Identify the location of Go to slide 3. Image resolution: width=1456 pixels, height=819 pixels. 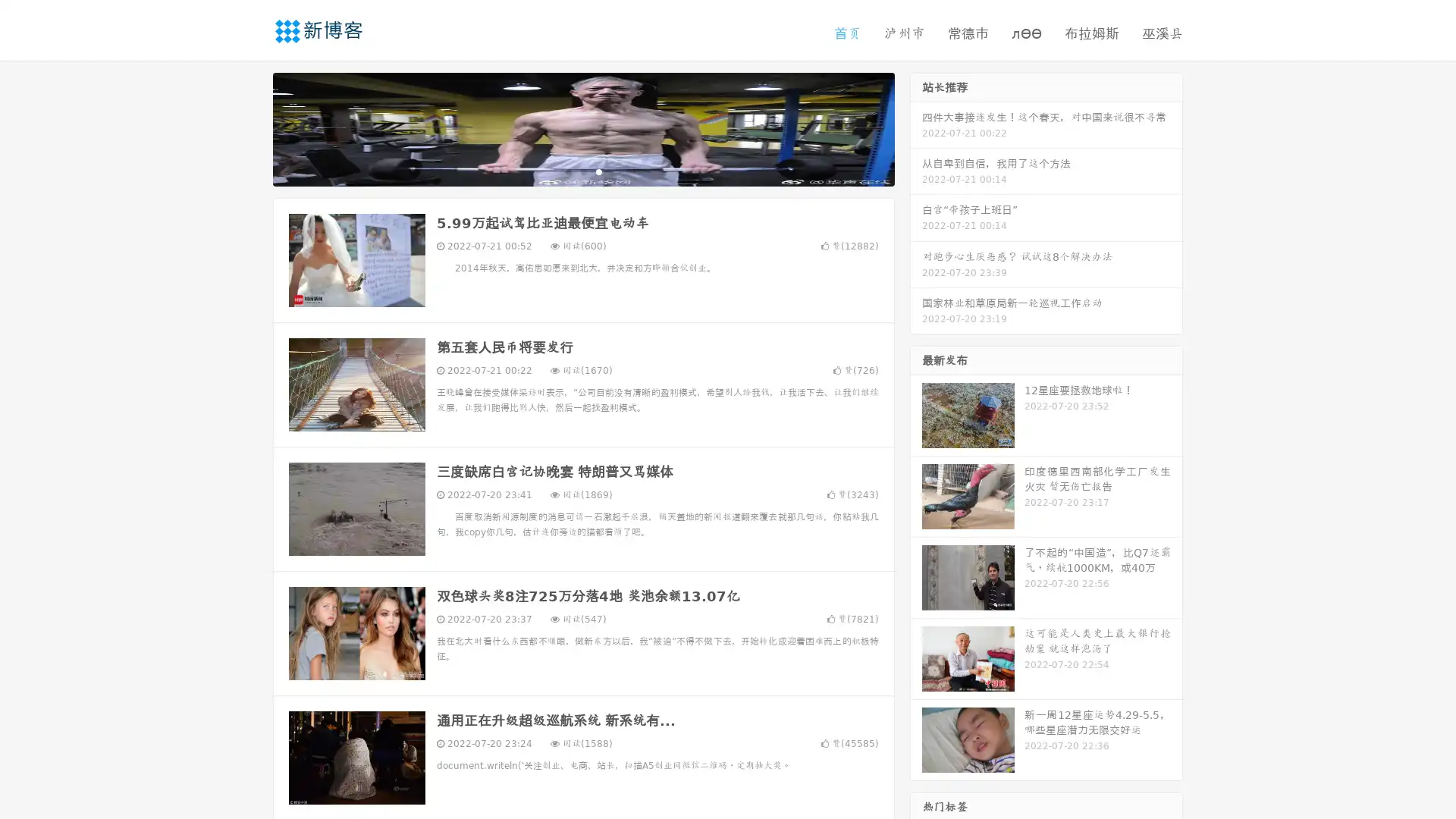
(598, 171).